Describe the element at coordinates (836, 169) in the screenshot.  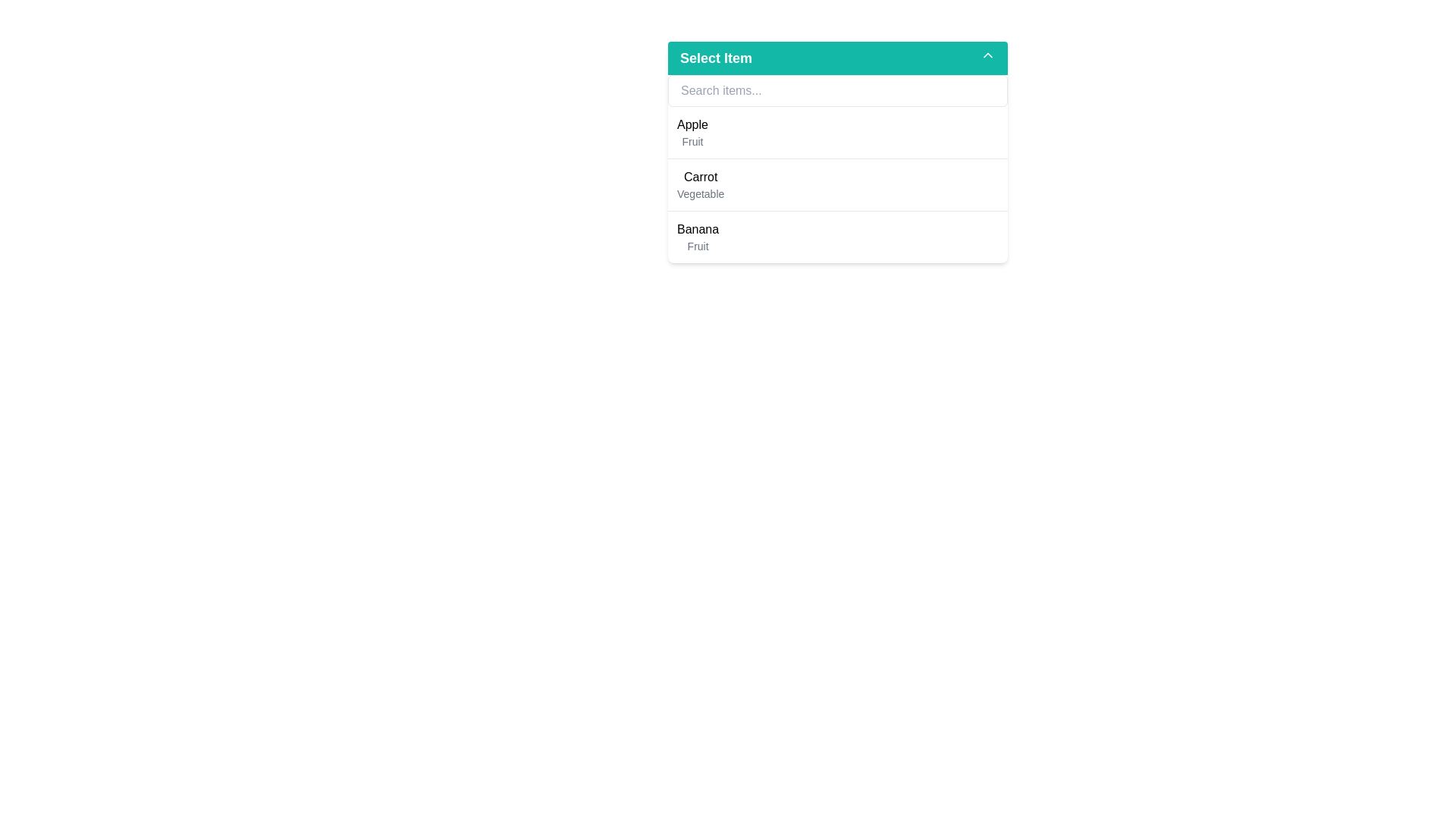
I see `the 'Carrot' dropdown list item, which is the second item in the 'Select Item' dropdown menu` at that location.